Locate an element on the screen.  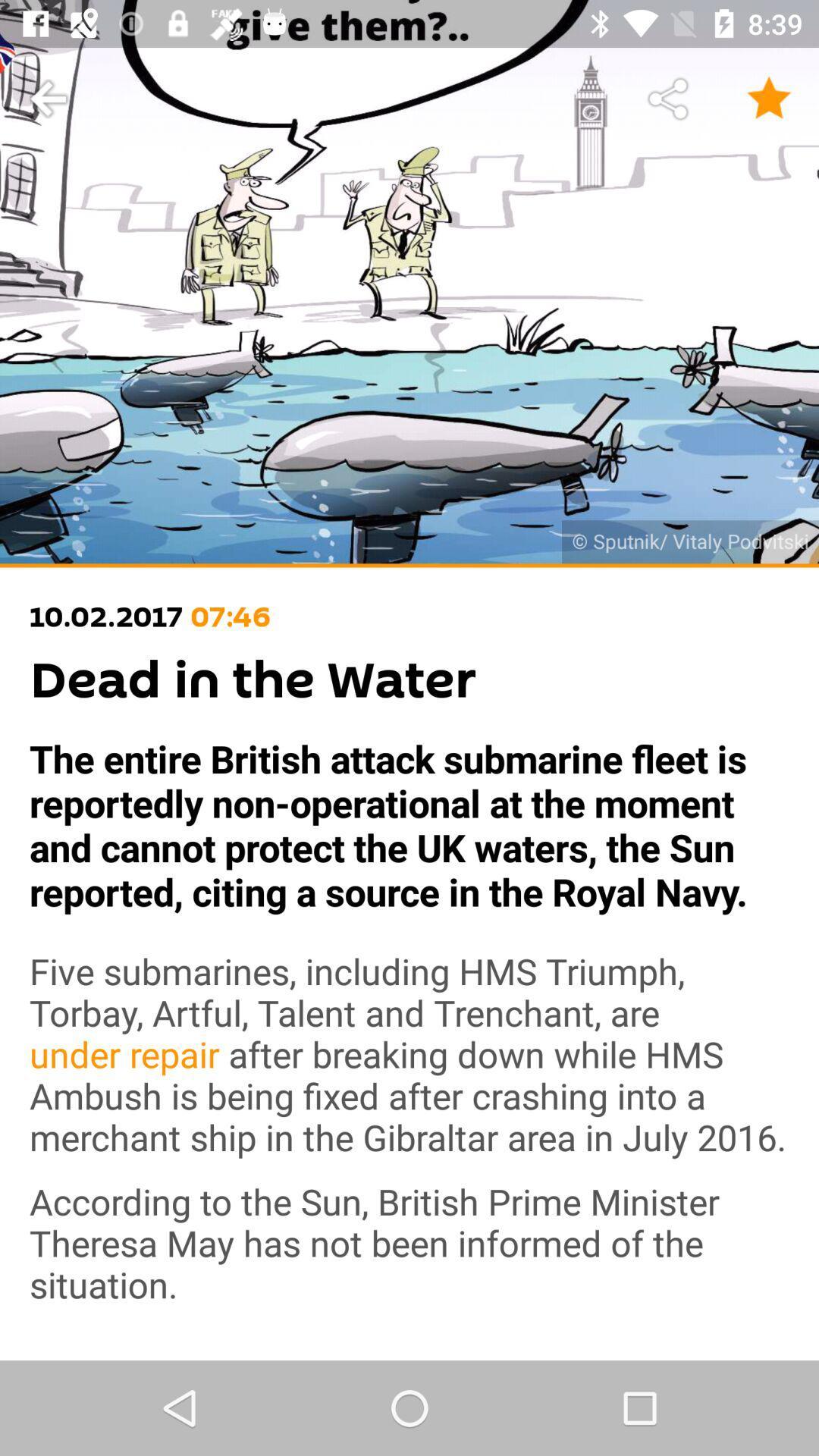
the share icon is located at coordinates (669, 99).